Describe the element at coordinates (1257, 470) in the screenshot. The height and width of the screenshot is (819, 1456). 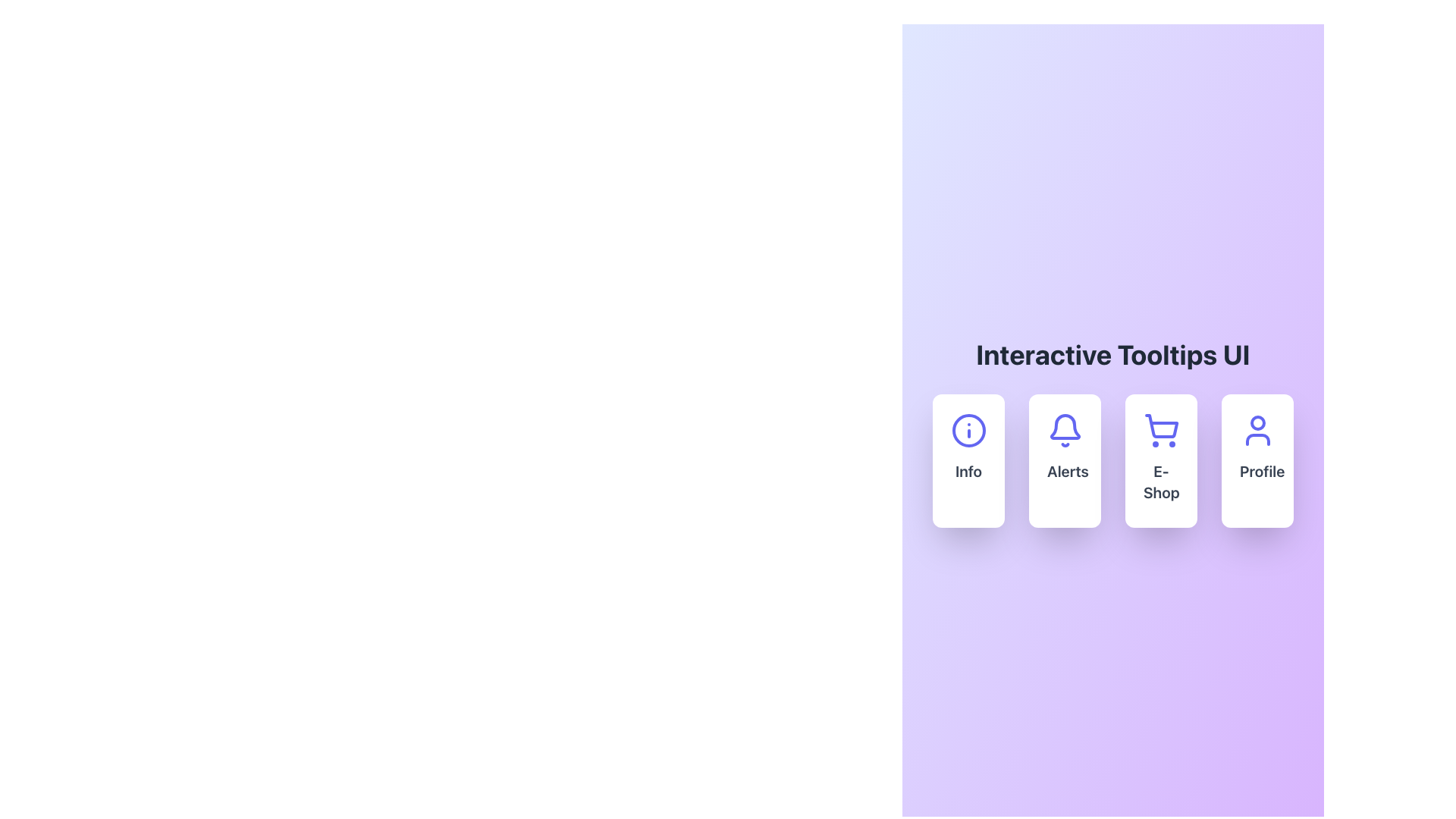
I see `the text label displaying 'Profile', which is styled with larger bold font in dark gray and located below a user icon within a card component` at that location.